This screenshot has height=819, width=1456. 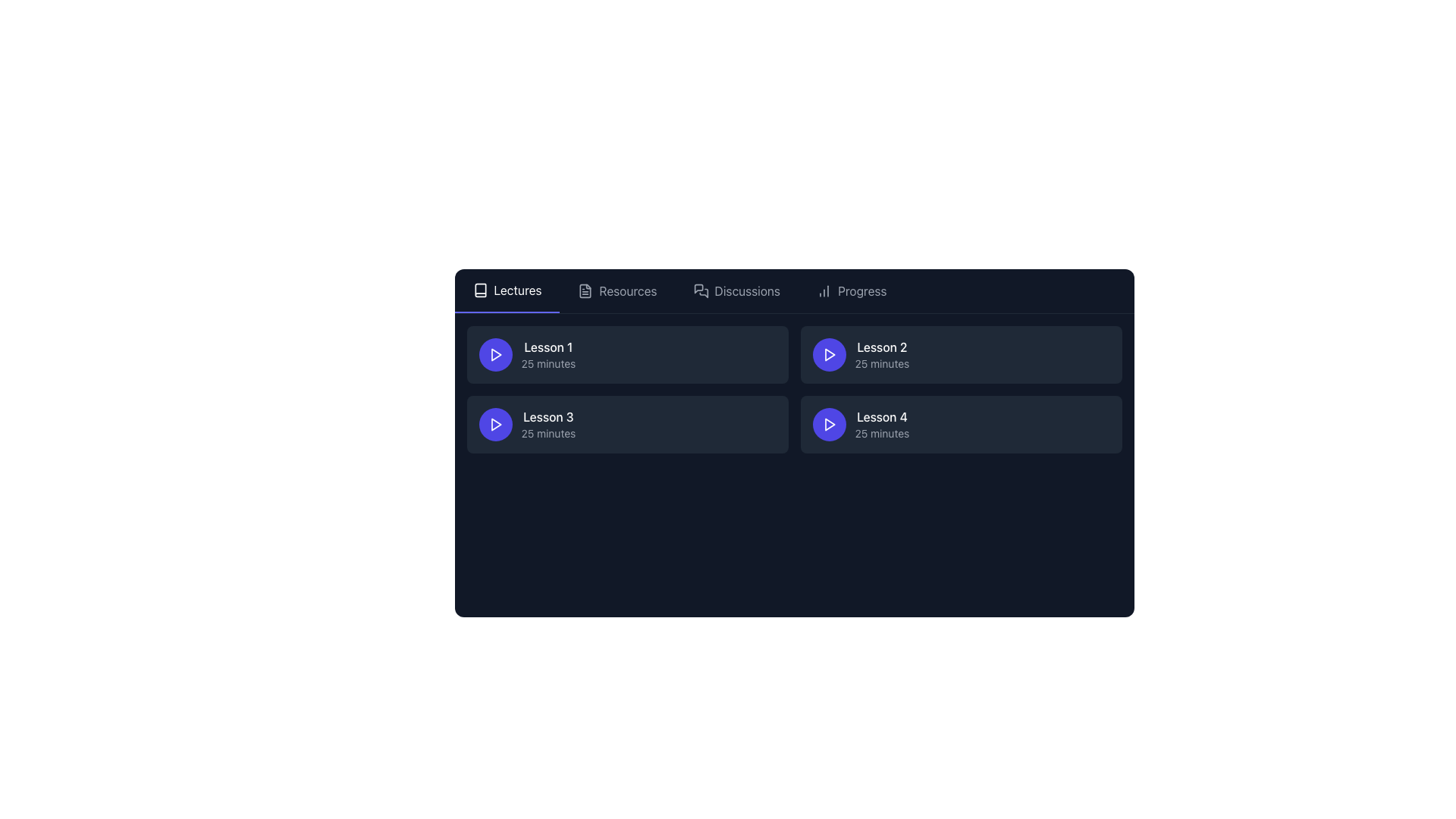 I want to click on the circular play icon located to the left of the 'Lesson 2' text in the middle-right segment of the interface, so click(x=829, y=354).